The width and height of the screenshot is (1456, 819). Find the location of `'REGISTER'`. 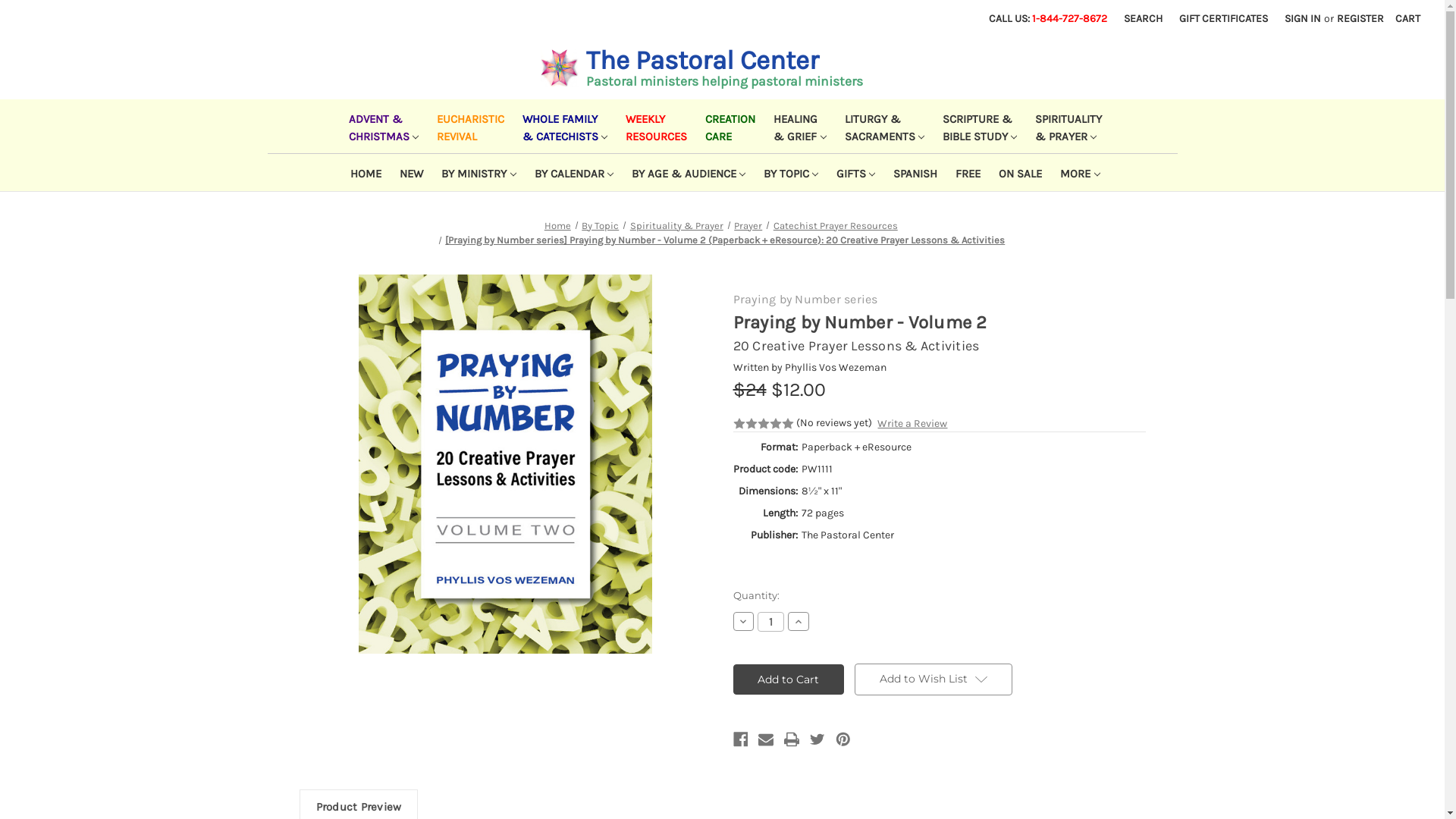

'REGISTER' is located at coordinates (1328, 18).